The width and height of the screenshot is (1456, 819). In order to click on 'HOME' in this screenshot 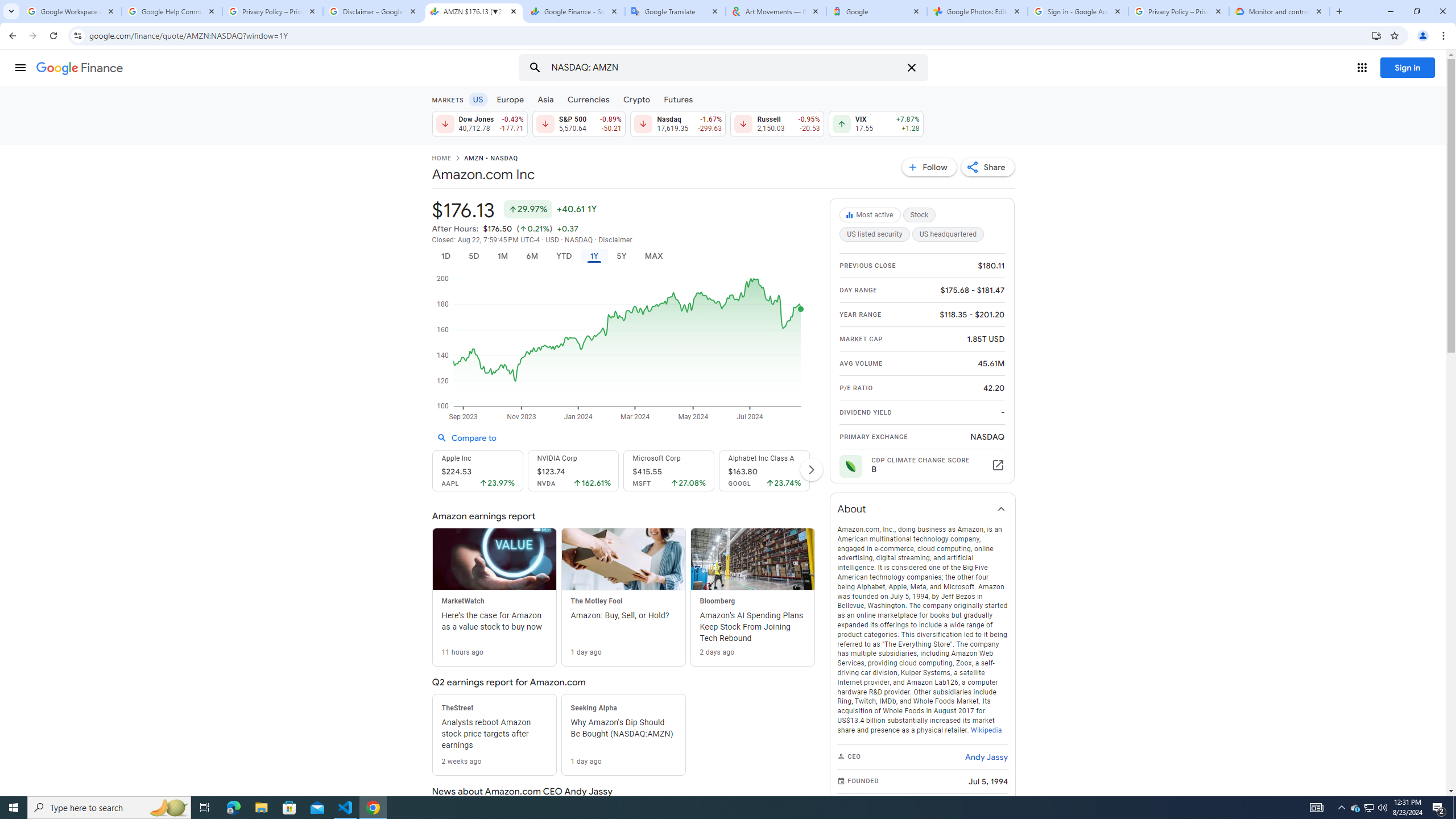, I will do `click(440, 159)`.